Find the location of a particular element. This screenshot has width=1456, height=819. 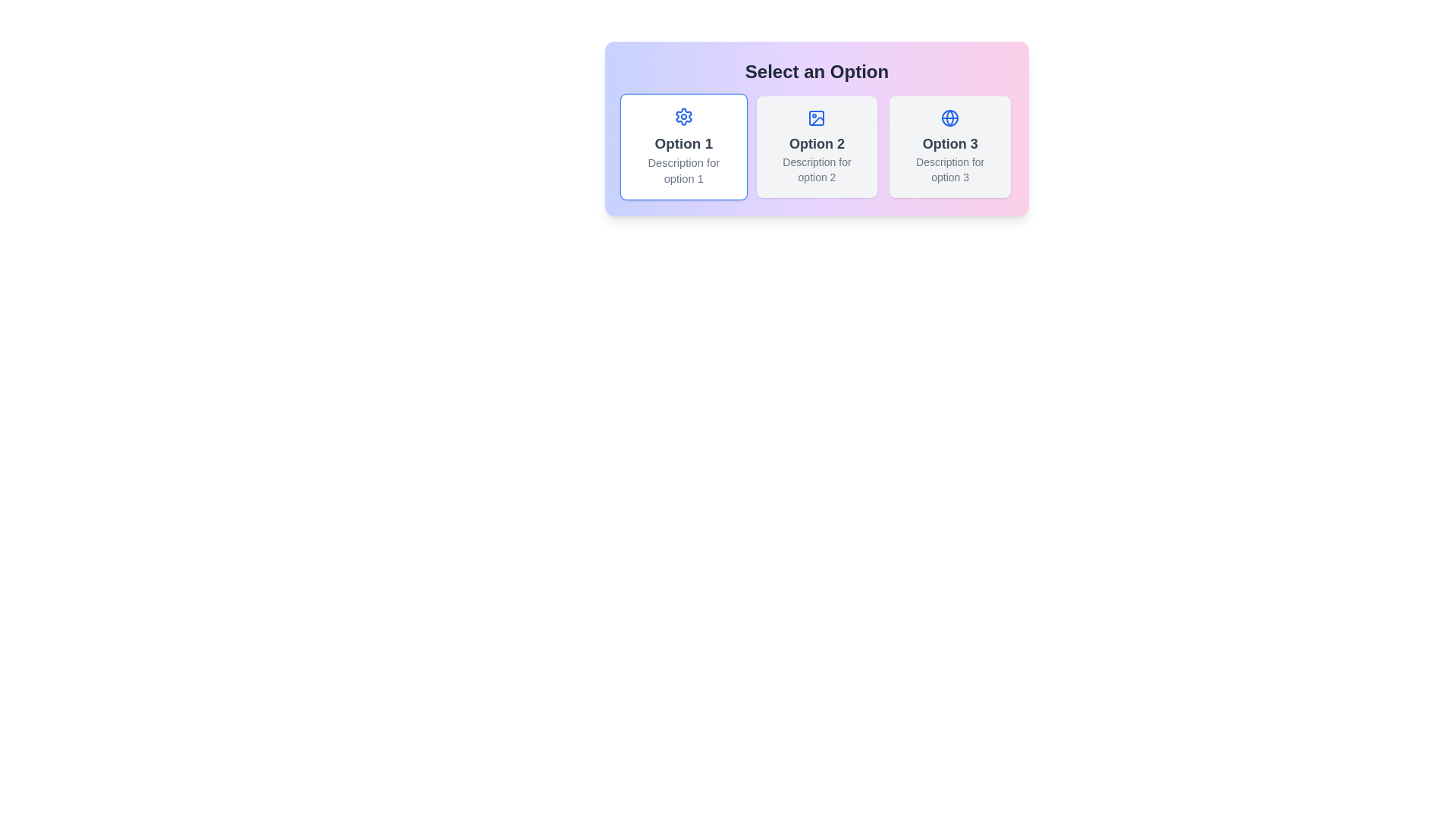

the gear icon with a blue outline is located at coordinates (682, 116).